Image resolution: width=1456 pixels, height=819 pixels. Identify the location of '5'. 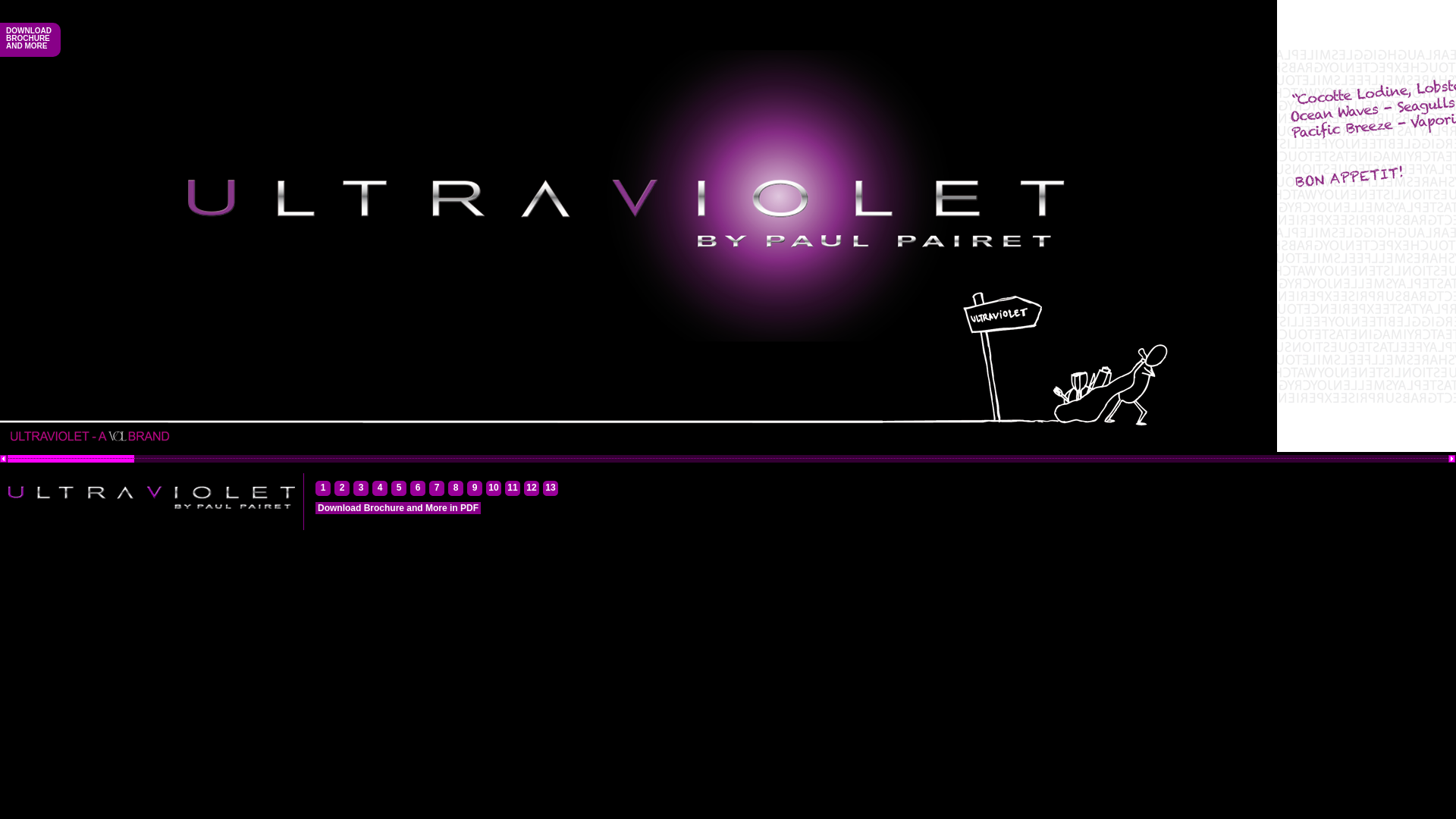
(399, 488).